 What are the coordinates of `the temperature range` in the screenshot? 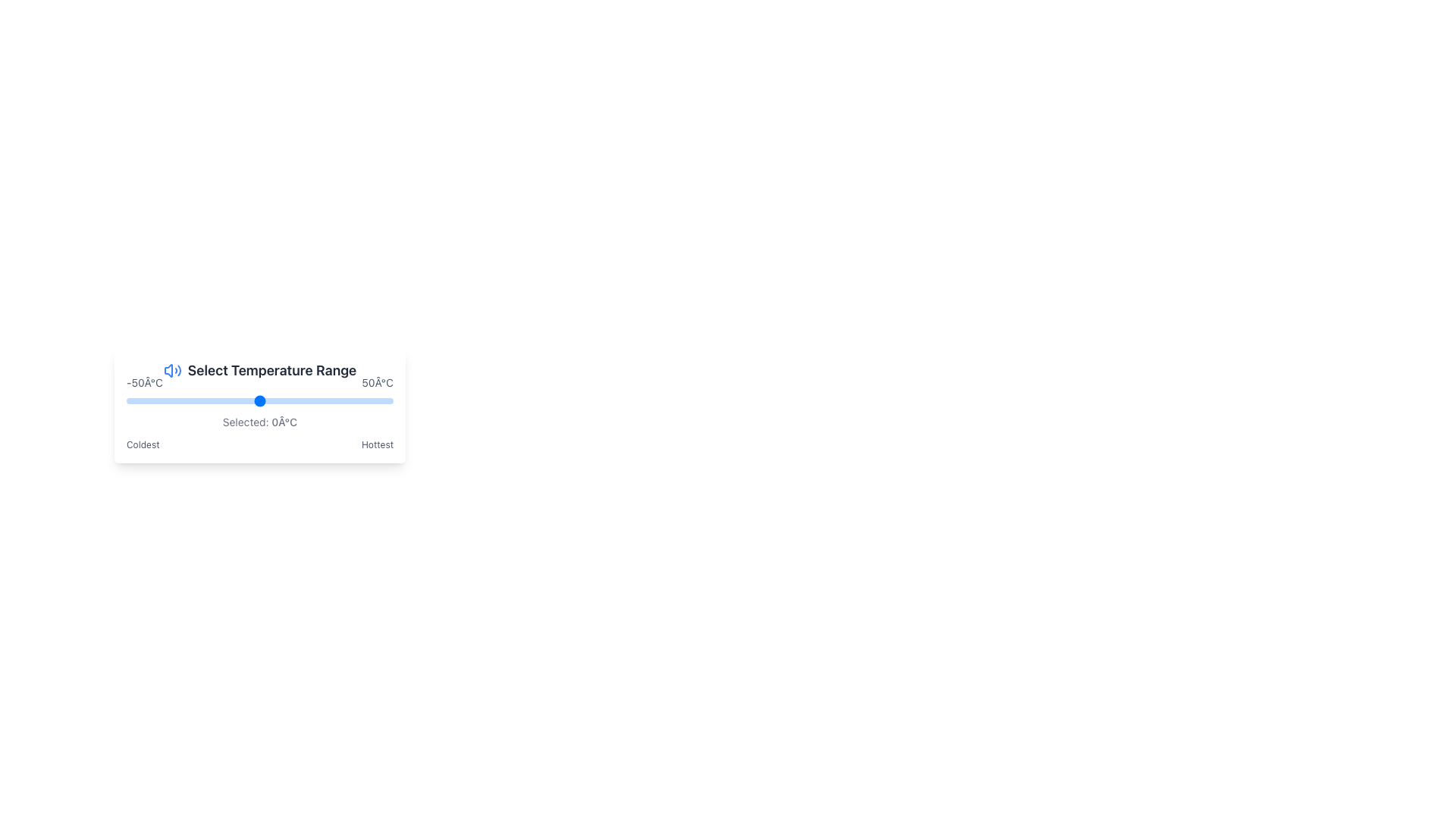 It's located at (377, 400).